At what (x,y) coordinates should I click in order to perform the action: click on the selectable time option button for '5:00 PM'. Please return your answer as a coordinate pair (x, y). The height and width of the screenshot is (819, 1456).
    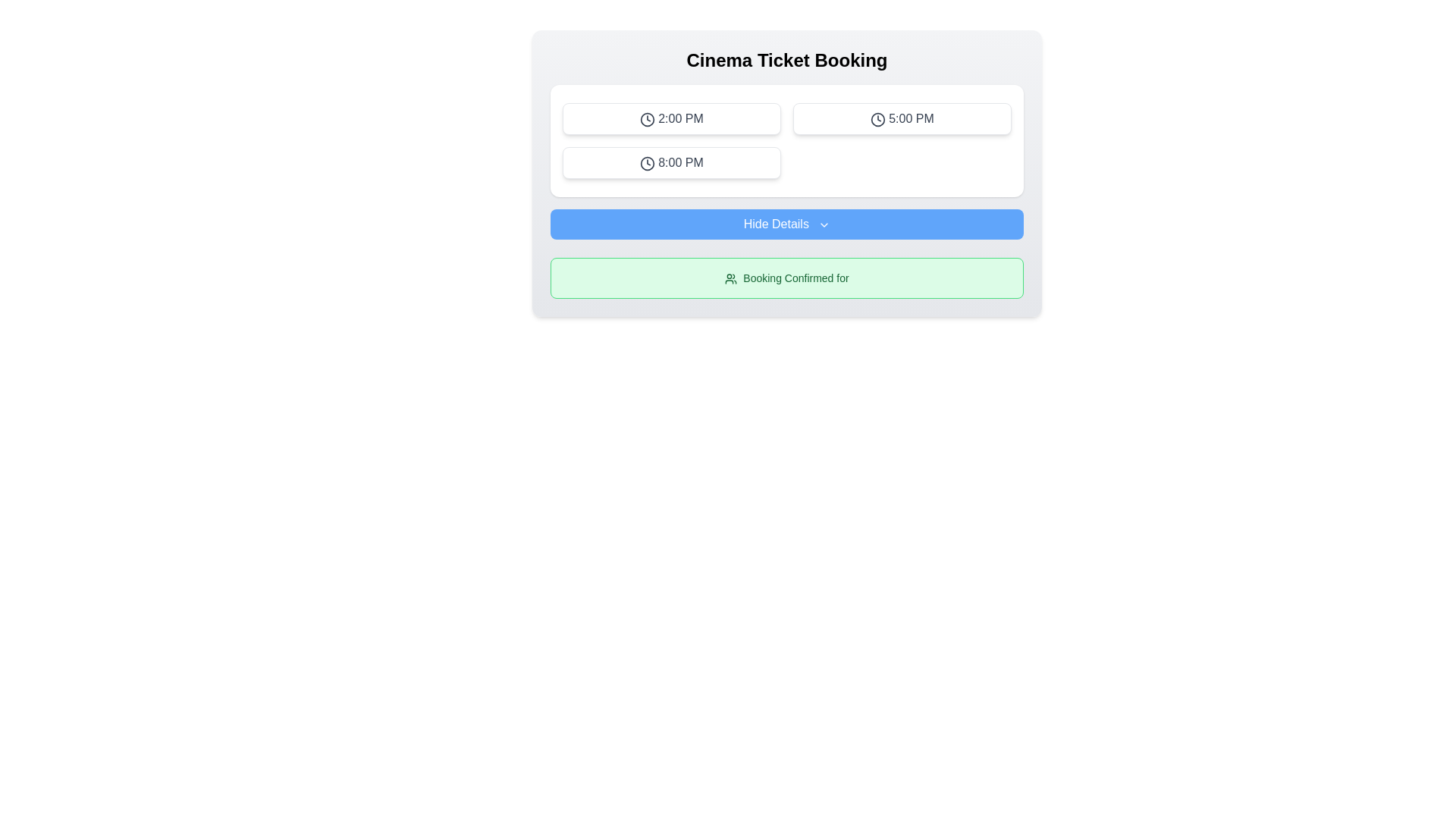
    Looking at the image, I should click on (902, 118).